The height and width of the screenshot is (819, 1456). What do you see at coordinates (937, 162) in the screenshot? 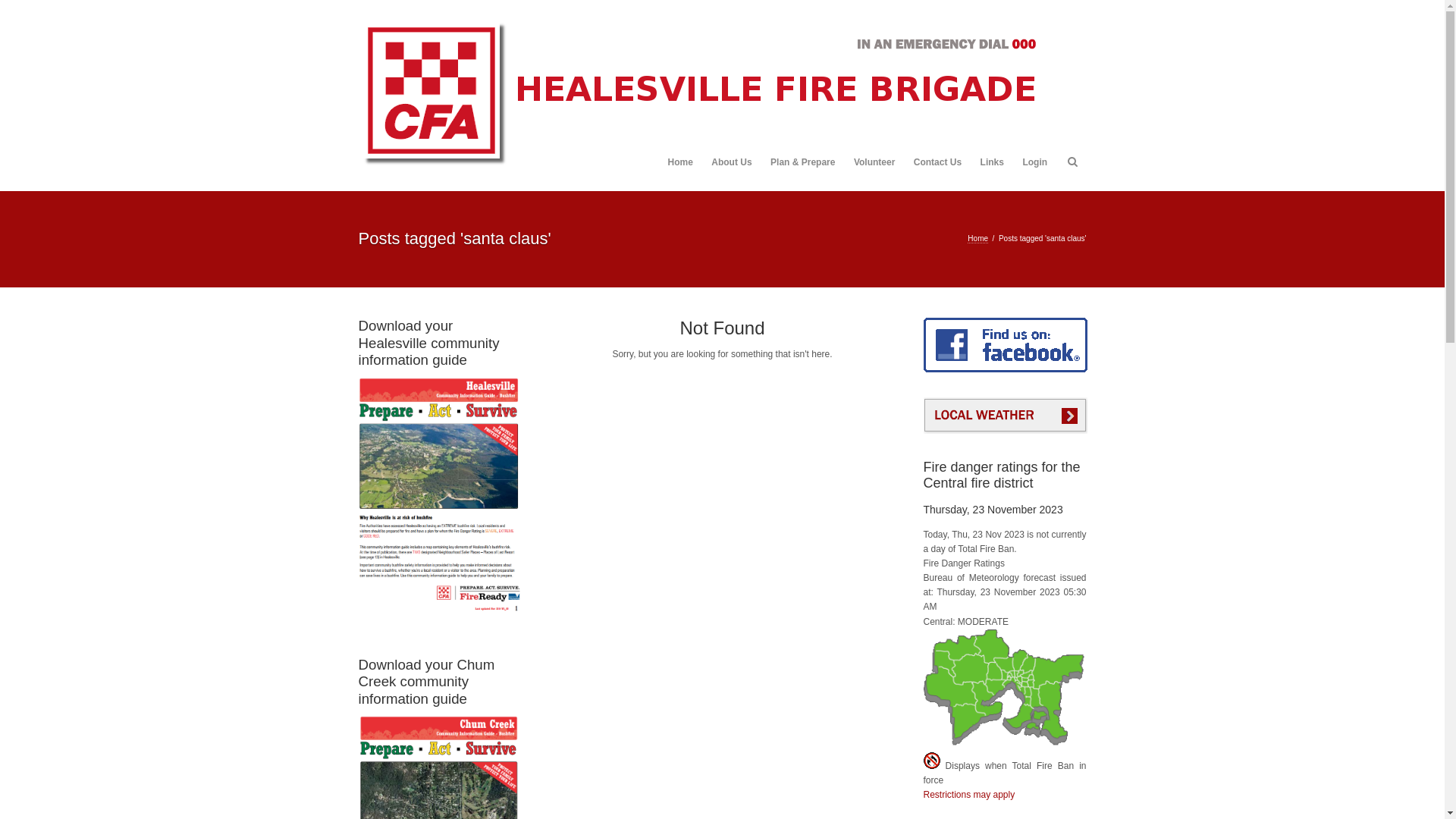
I see `'Contact Us'` at bounding box center [937, 162].